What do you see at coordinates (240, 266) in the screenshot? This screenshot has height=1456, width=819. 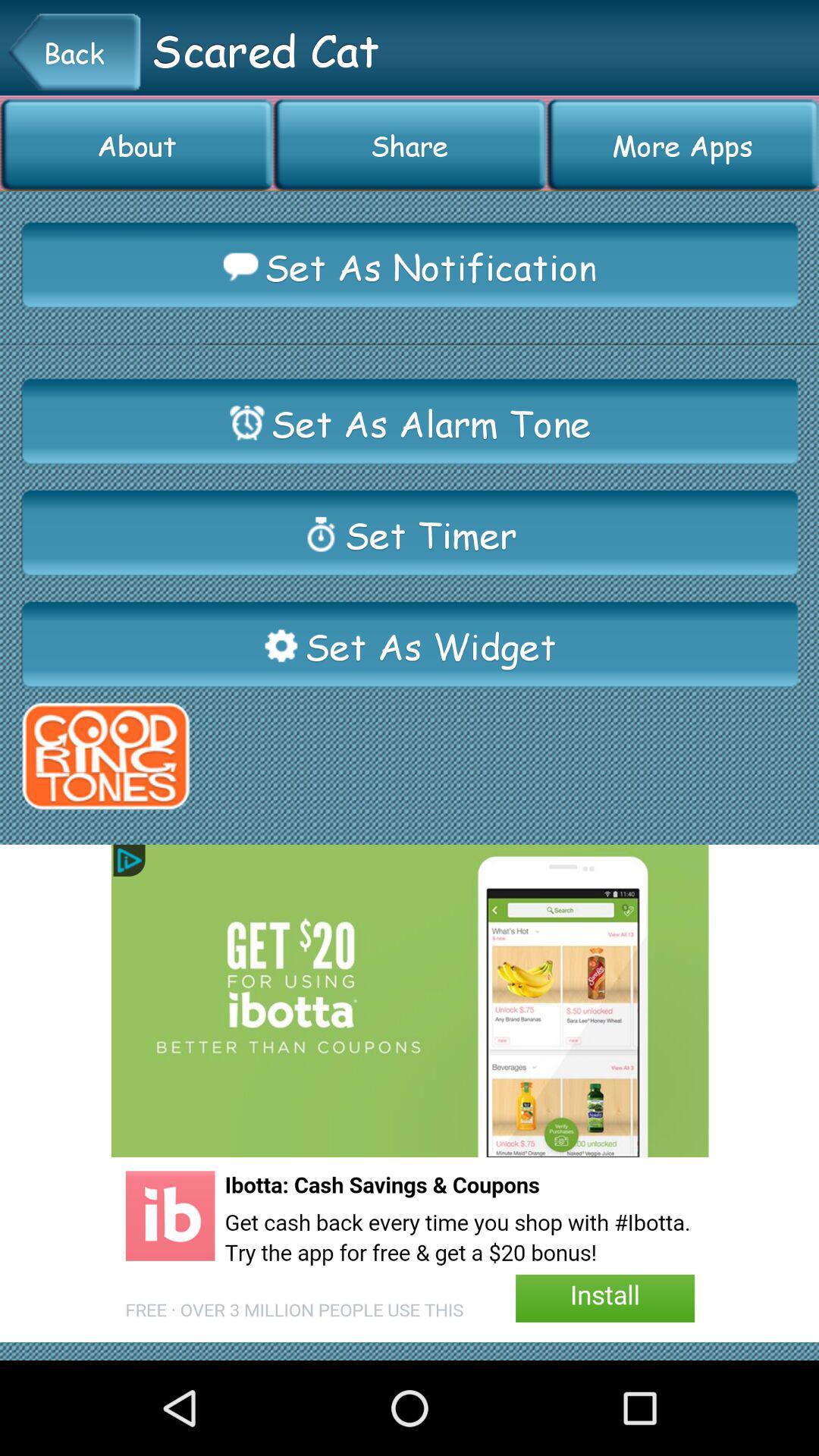 I see `the icon to the left of set as notification` at bounding box center [240, 266].